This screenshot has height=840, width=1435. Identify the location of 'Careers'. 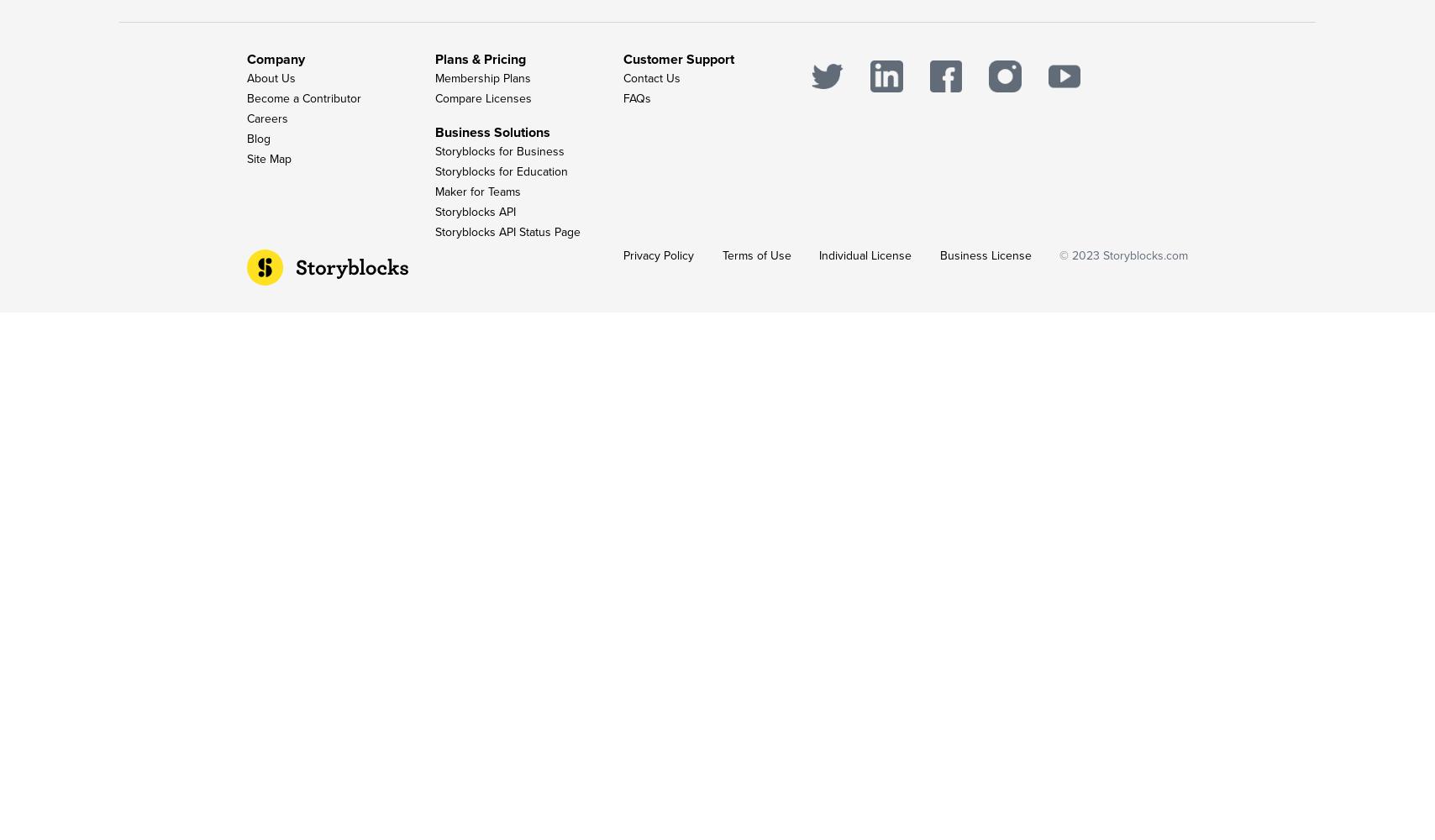
(246, 118).